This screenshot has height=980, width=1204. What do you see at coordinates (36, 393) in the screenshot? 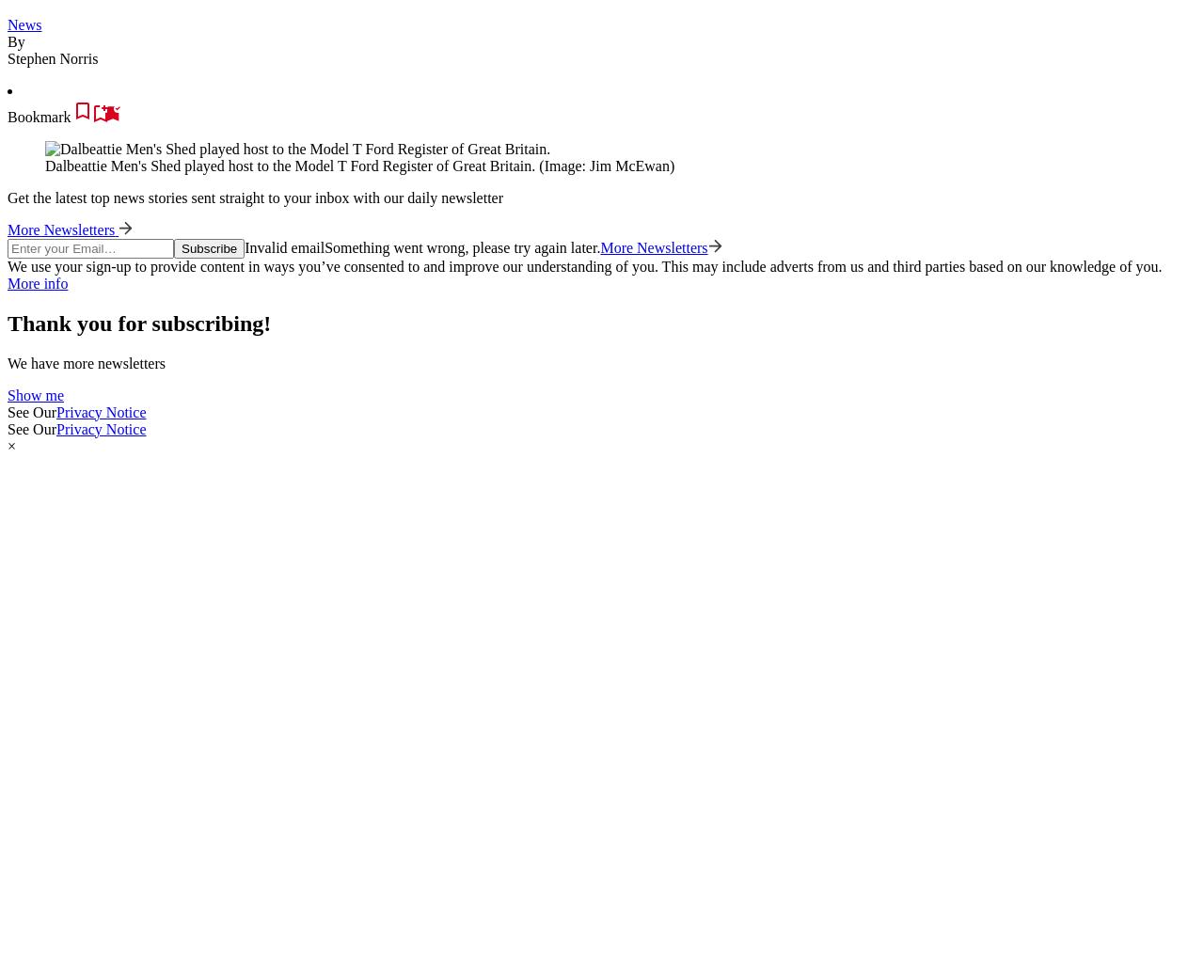
I see `'Show me'` at bounding box center [36, 393].